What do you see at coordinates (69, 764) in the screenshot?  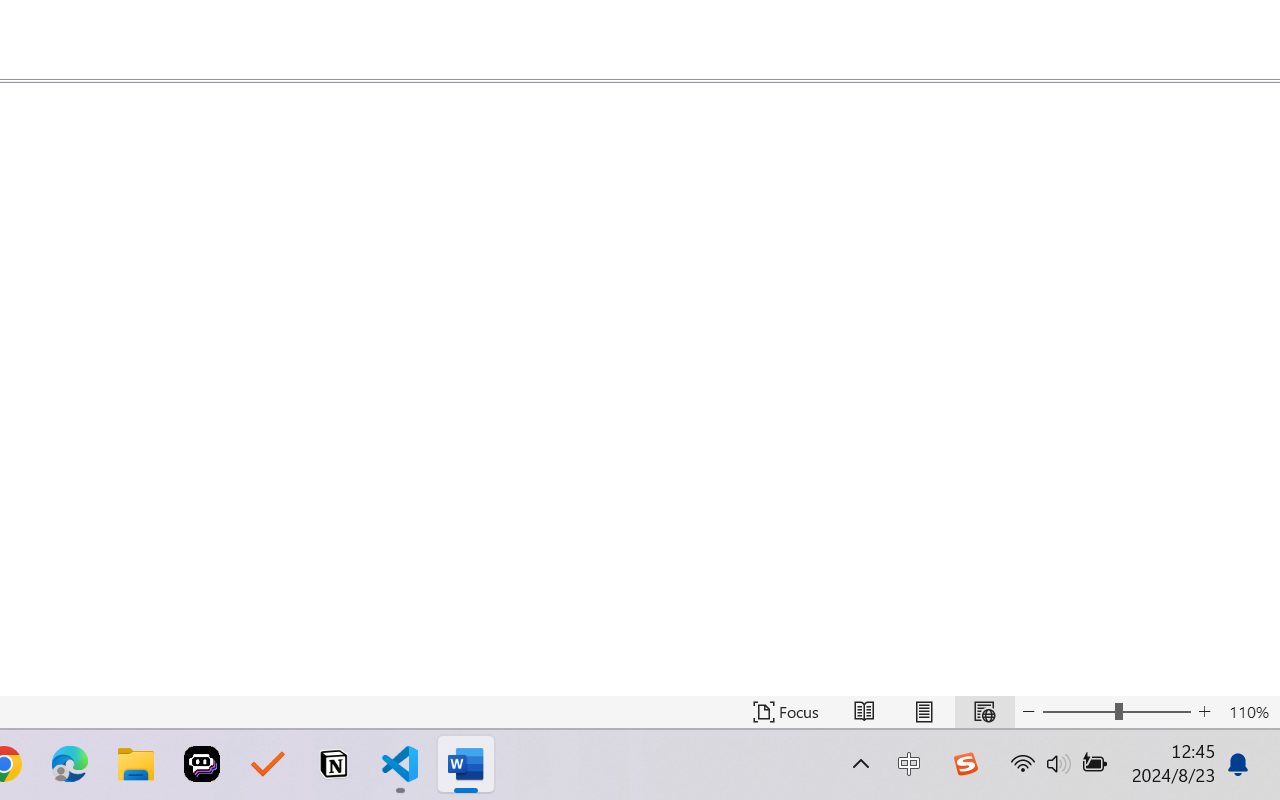 I see `'Microsoft Edge'` at bounding box center [69, 764].